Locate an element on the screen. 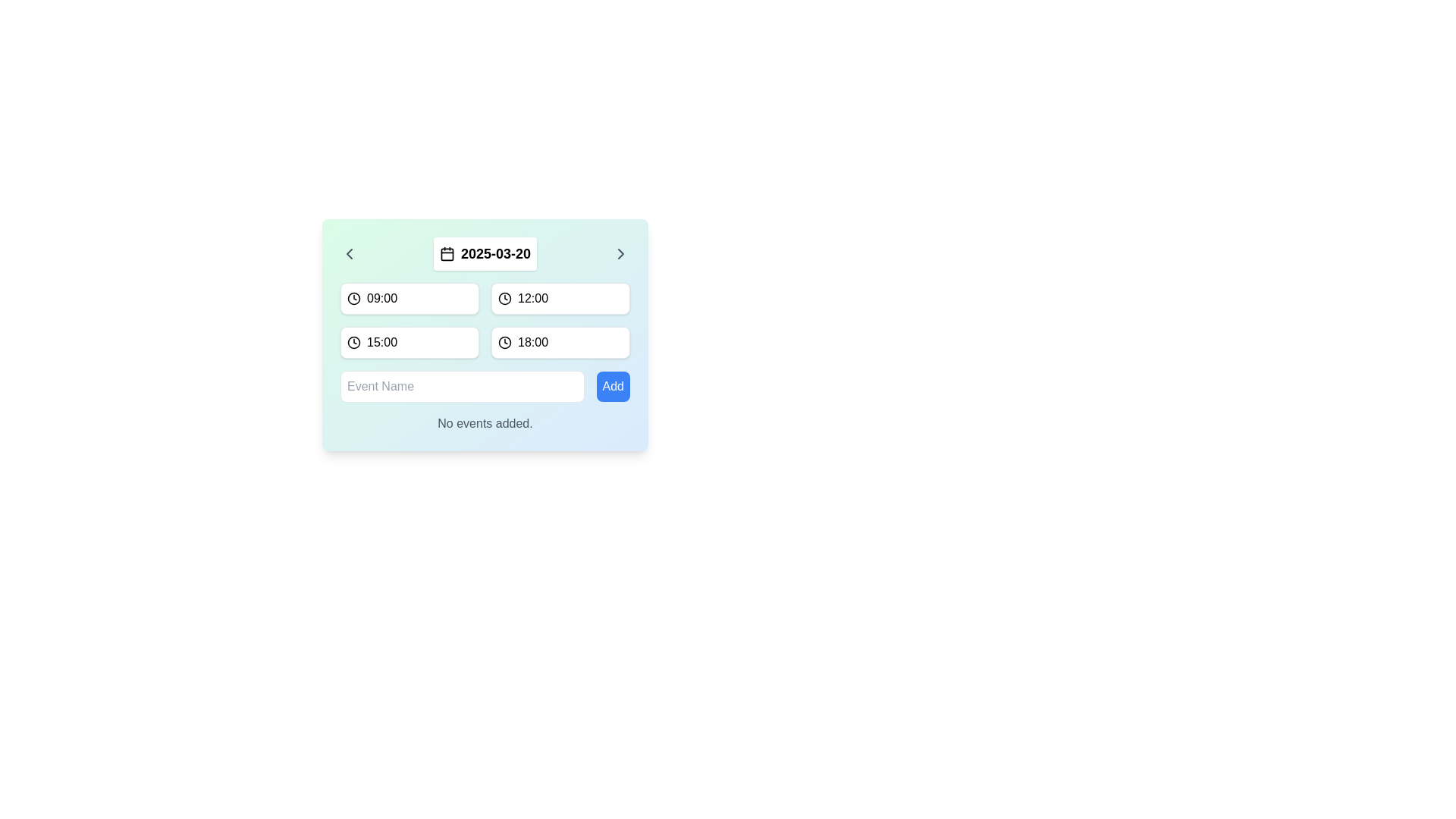 This screenshot has width=1456, height=819. the central SVG rectangle that represents the main body of the calendar symbol within the icon, located at the top-left side of the card interface is located at coordinates (447, 253).